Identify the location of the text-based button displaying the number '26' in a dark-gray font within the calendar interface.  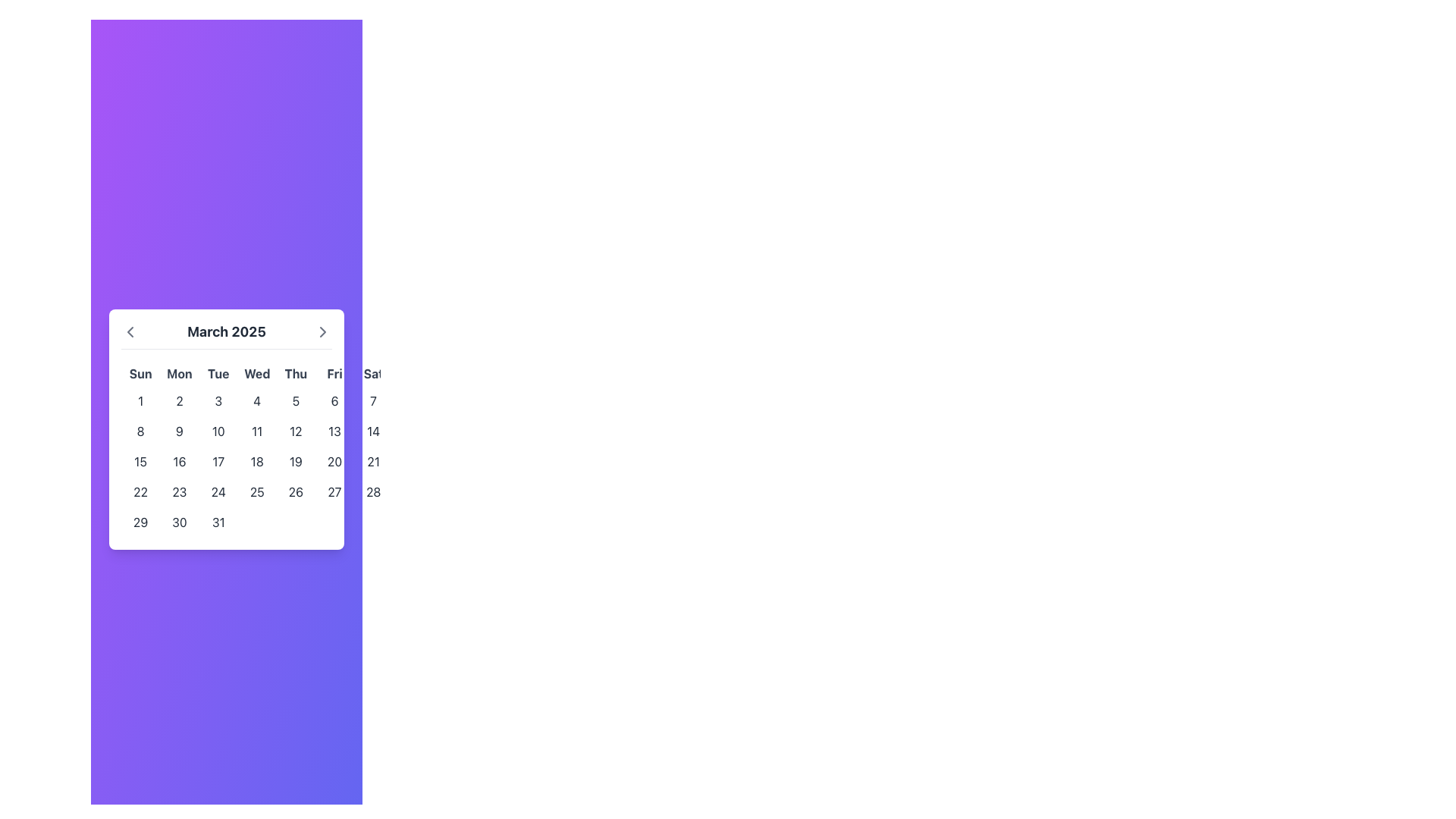
(296, 491).